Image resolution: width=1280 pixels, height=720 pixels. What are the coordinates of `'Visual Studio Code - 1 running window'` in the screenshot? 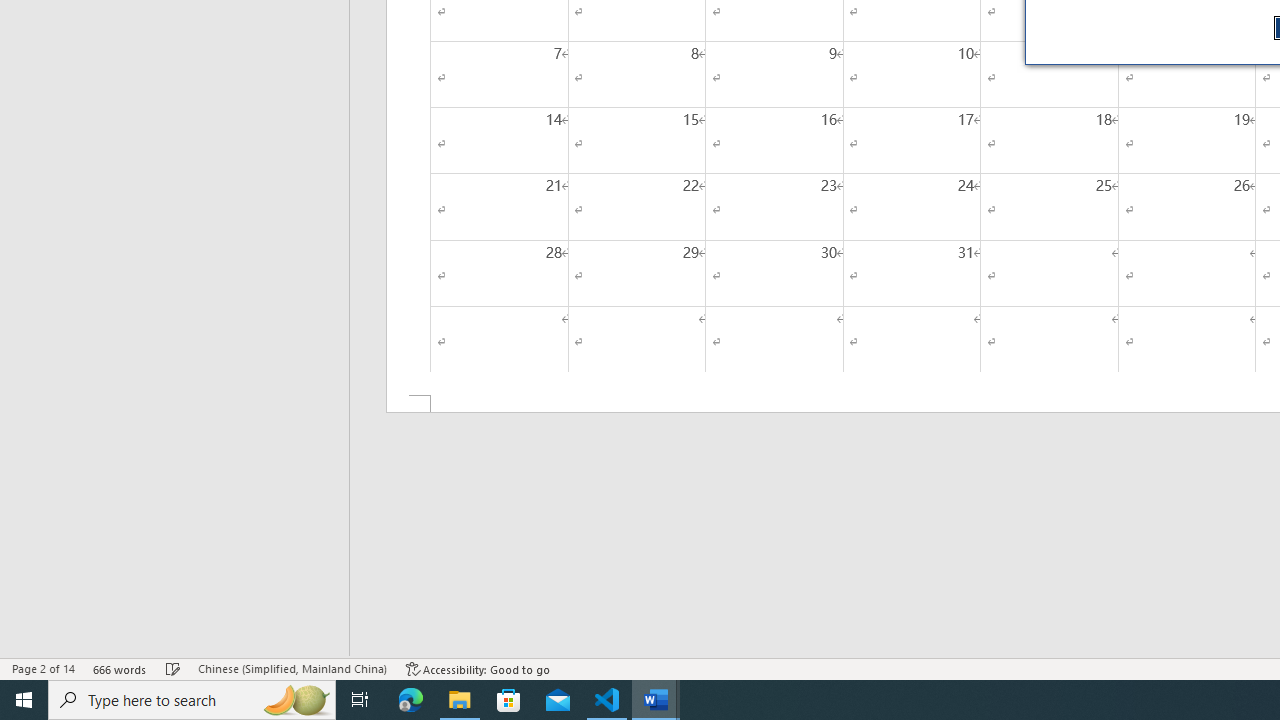 It's located at (606, 698).